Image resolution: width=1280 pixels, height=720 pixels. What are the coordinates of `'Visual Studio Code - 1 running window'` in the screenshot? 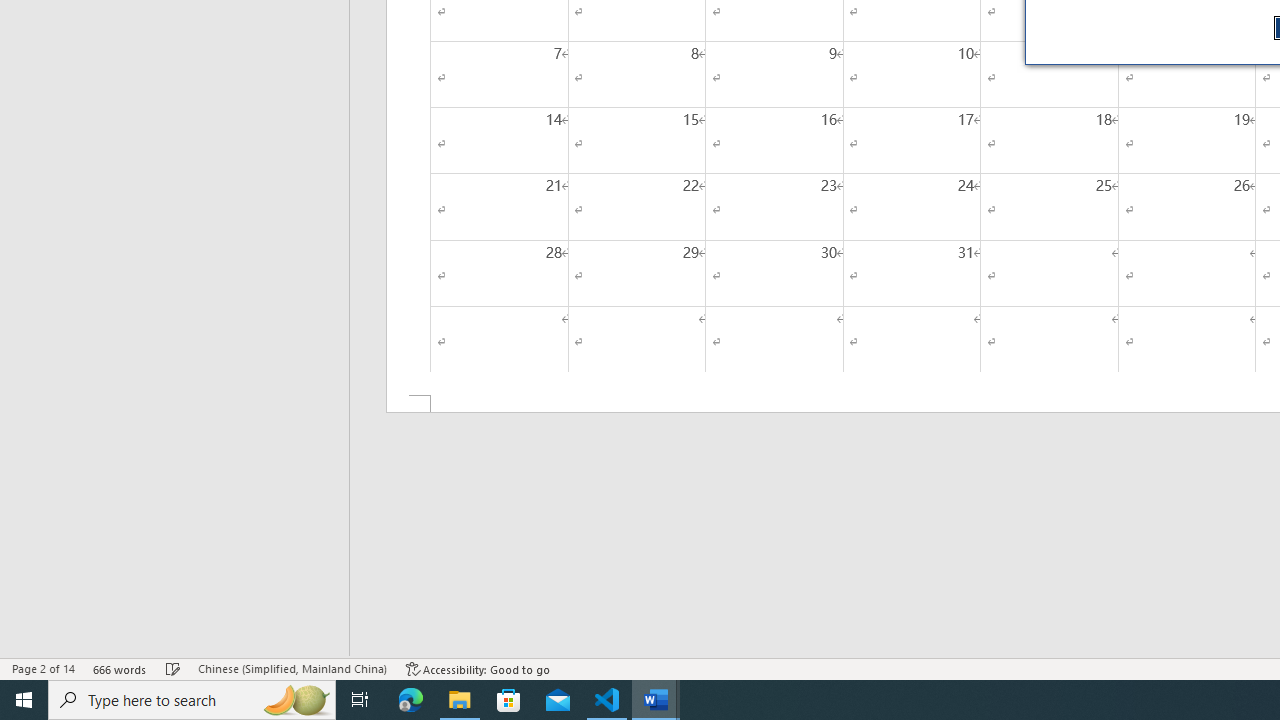 It's located at (606, 698).